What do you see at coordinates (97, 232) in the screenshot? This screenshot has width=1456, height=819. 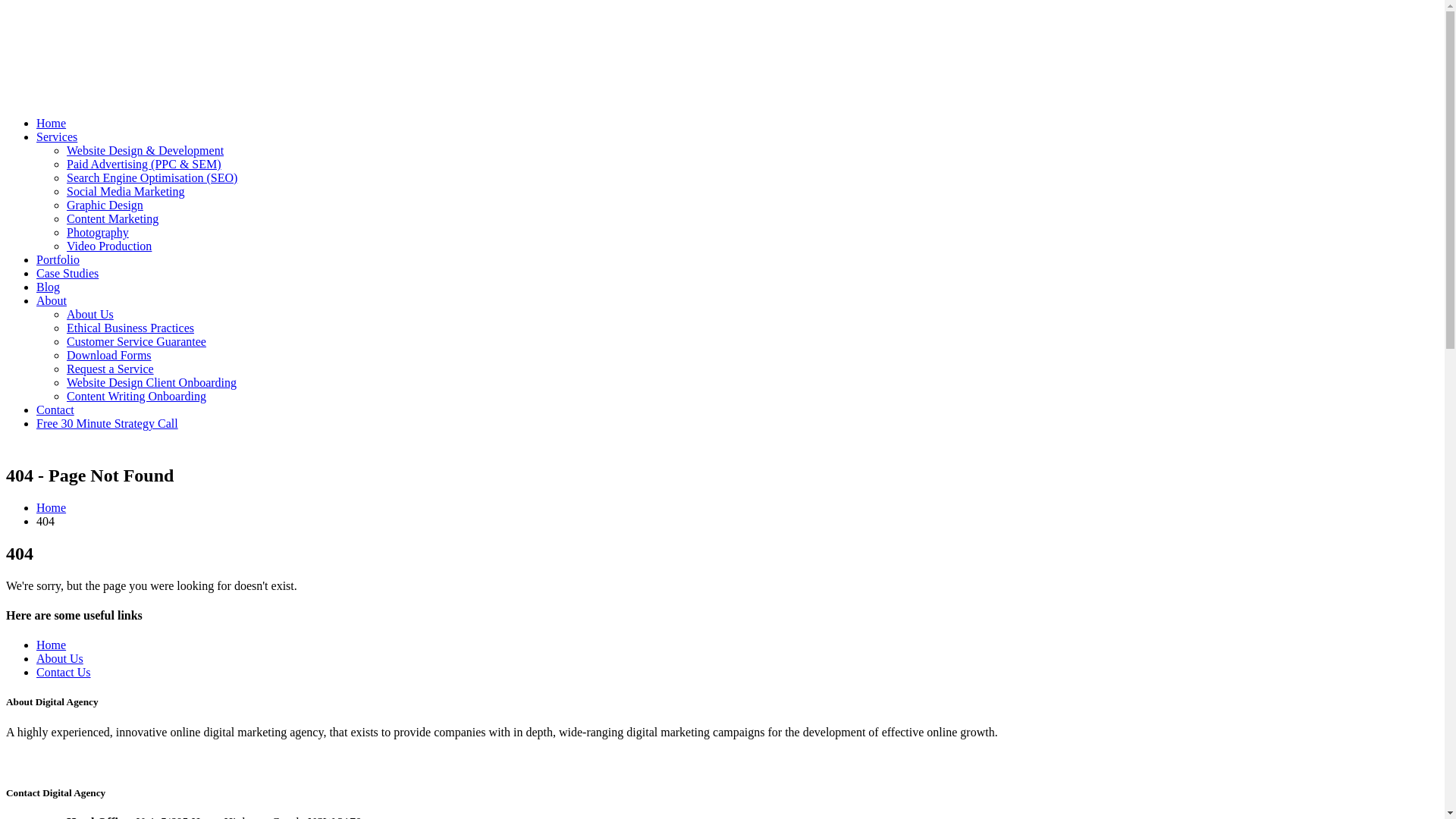 I see `'Photography'` at bounding box center [97, 232].